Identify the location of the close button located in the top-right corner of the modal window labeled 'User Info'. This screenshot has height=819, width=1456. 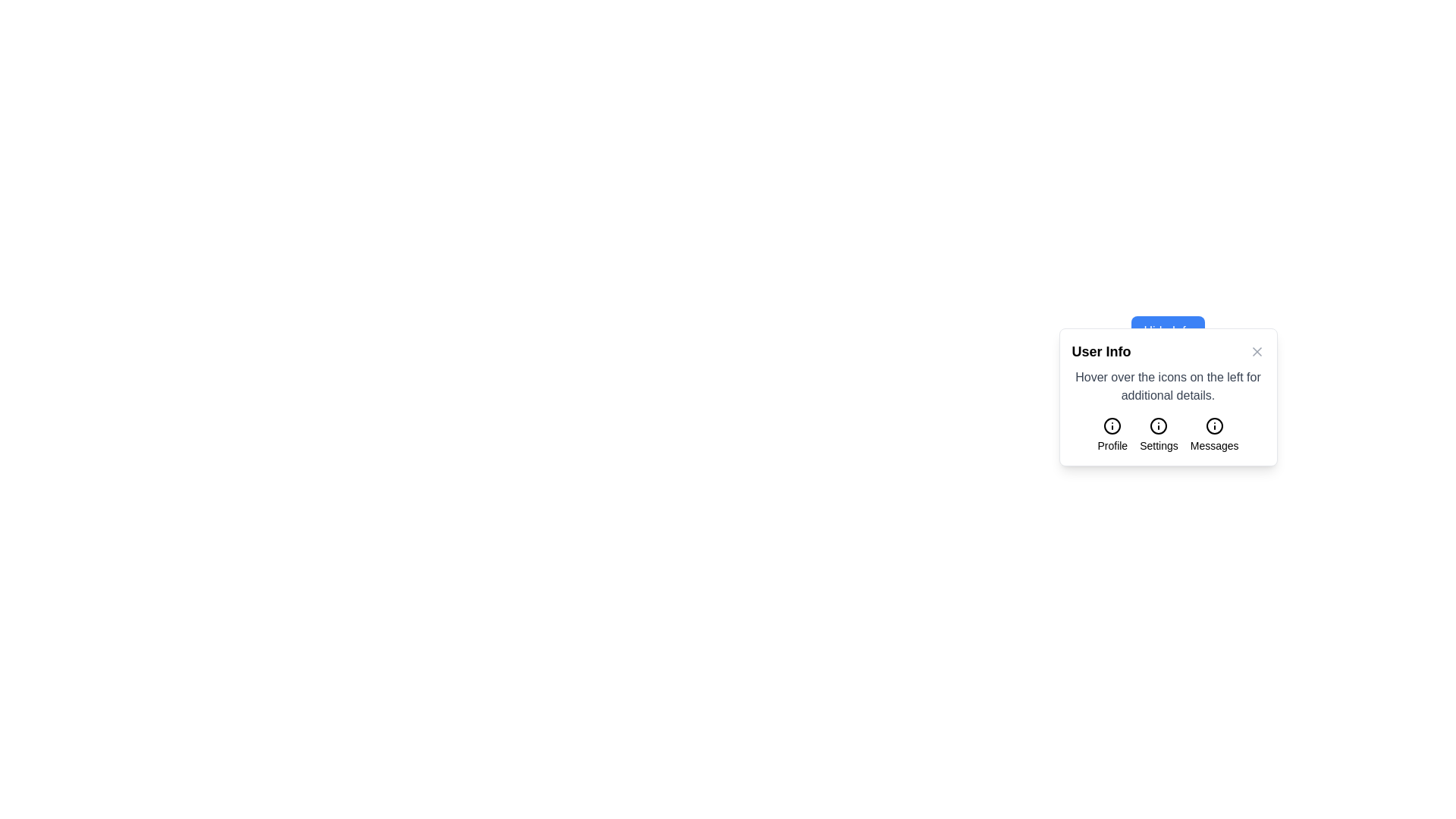
(1257, 351).